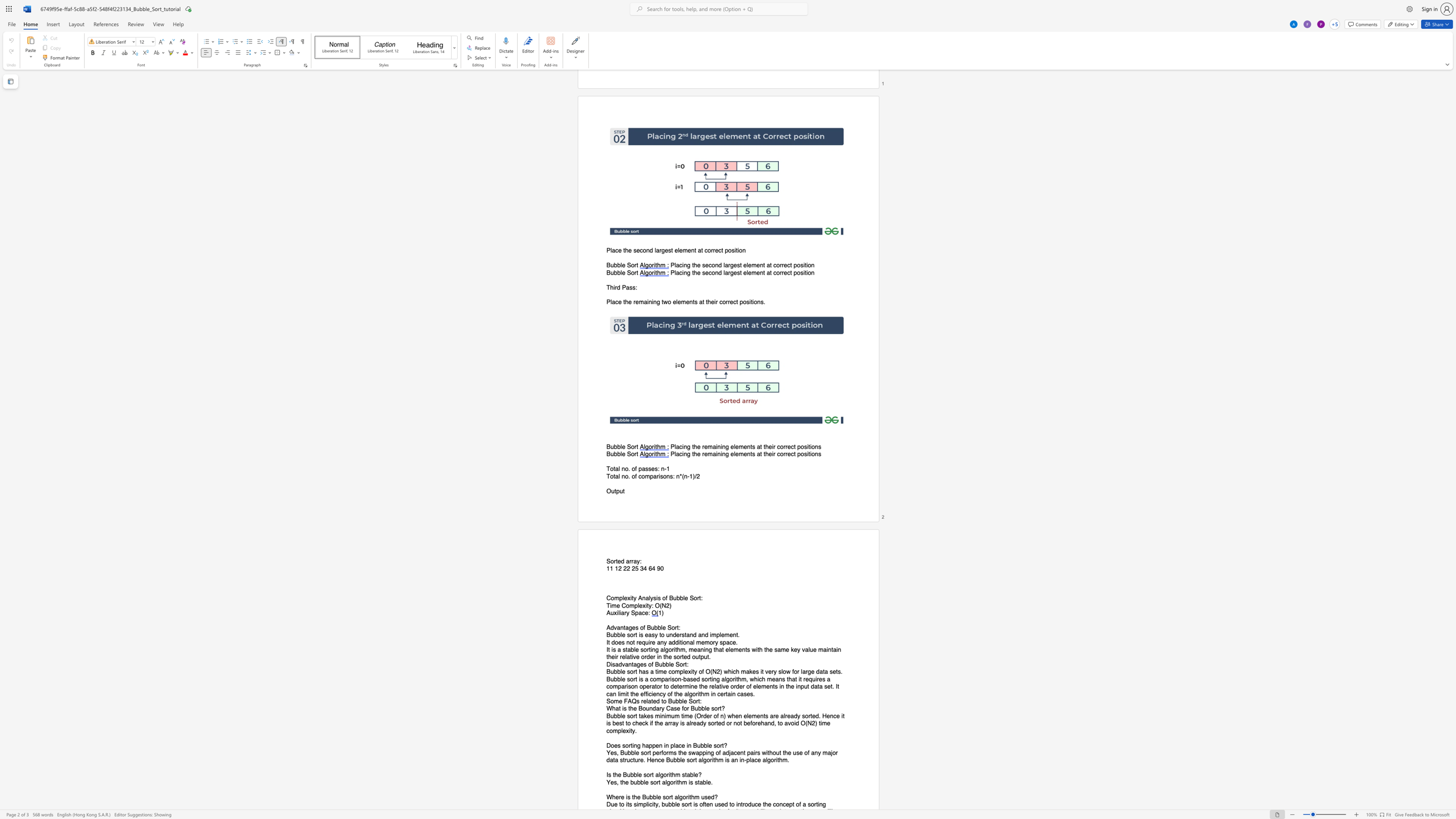 Image resolution: width=1456 pixels, height=819 pixels. What do you see at coordinates (650, 796) in the screenshot?
I see `the 1th character "b" in the text` at bounding box center [650, 796].